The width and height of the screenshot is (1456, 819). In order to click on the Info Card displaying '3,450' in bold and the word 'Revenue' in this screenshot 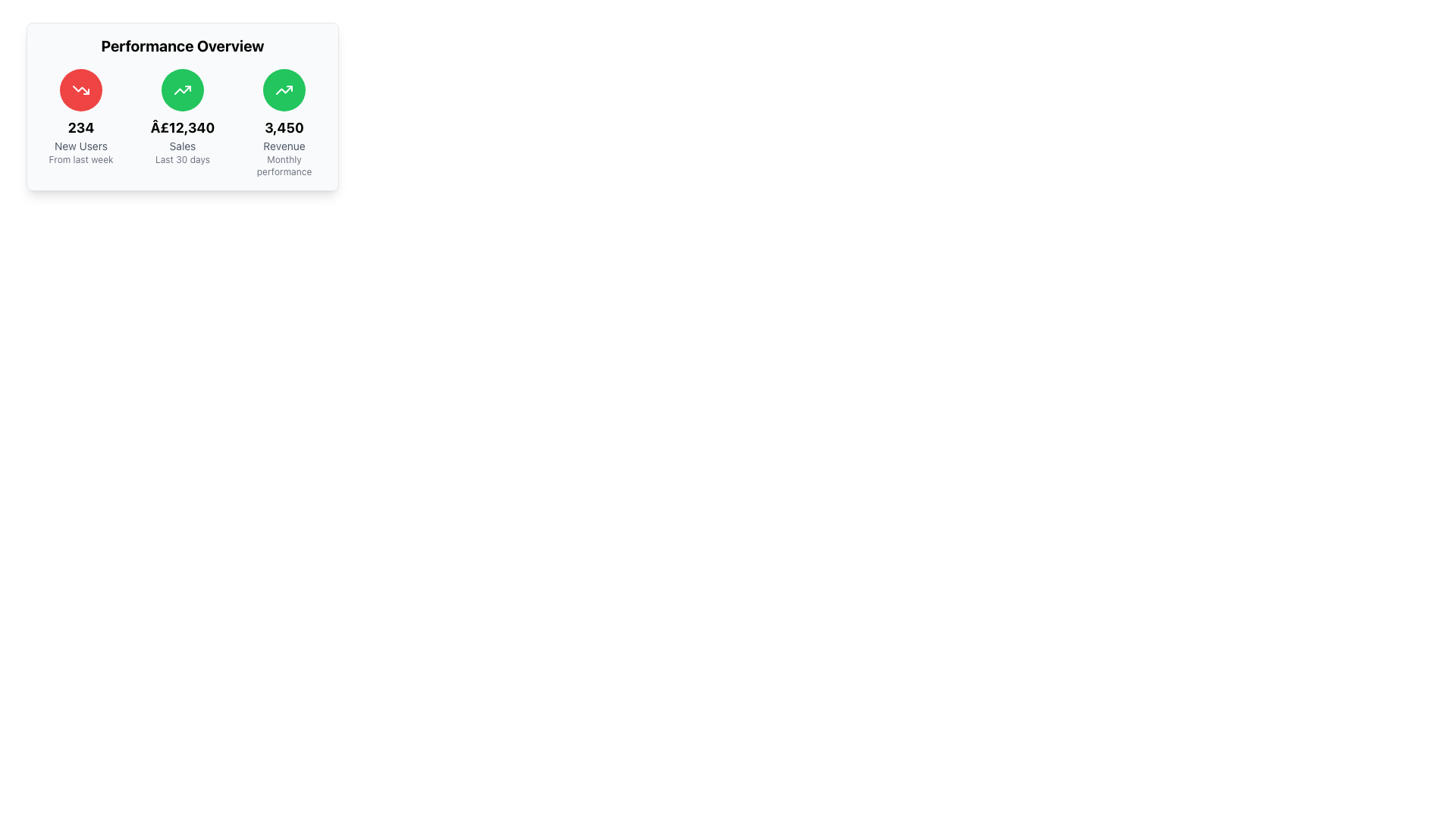, I will do `click(284, 122)`.